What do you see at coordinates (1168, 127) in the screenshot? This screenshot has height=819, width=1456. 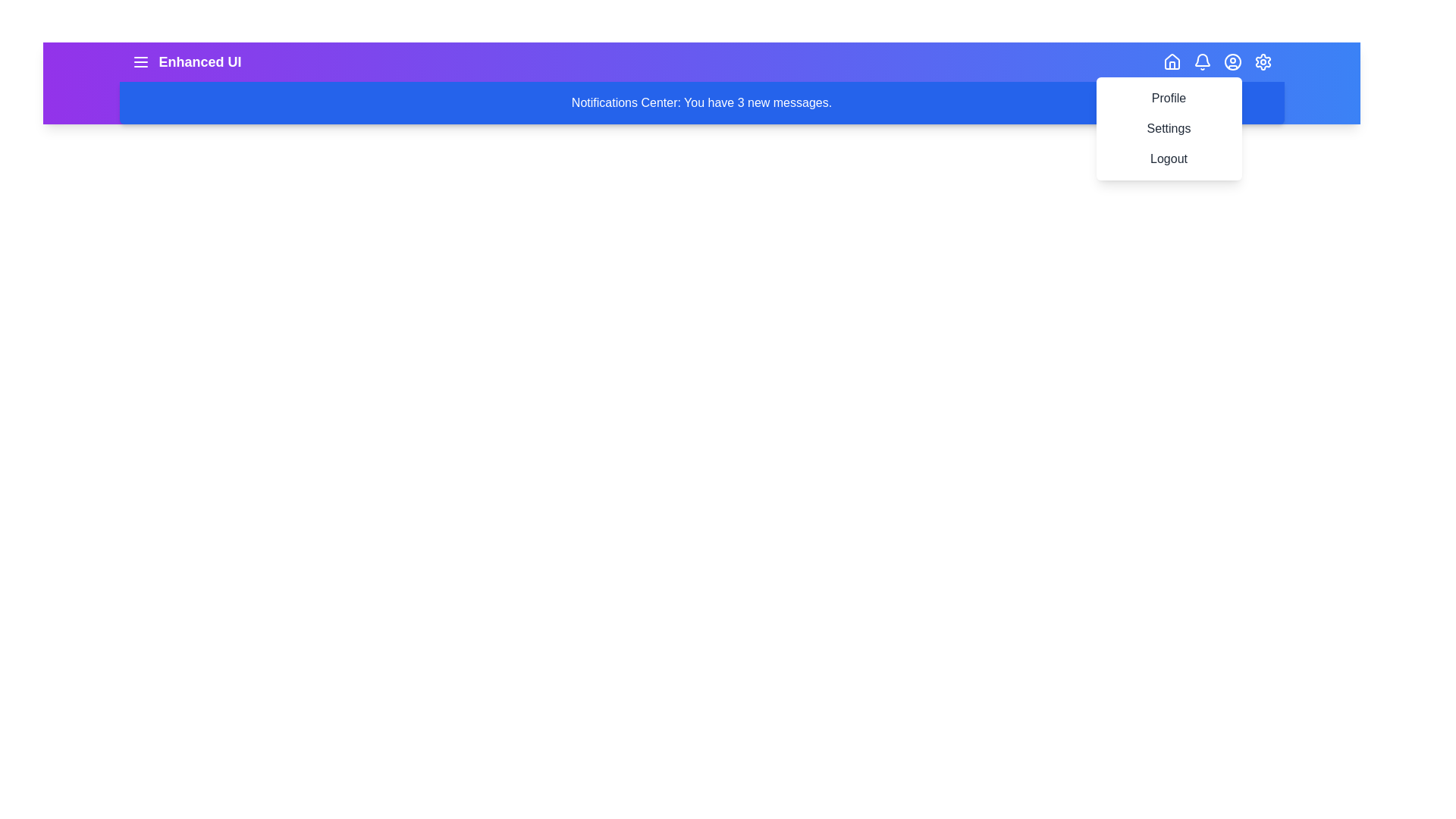 I see `the menu item Settings` at bounding box center [1168, 127].